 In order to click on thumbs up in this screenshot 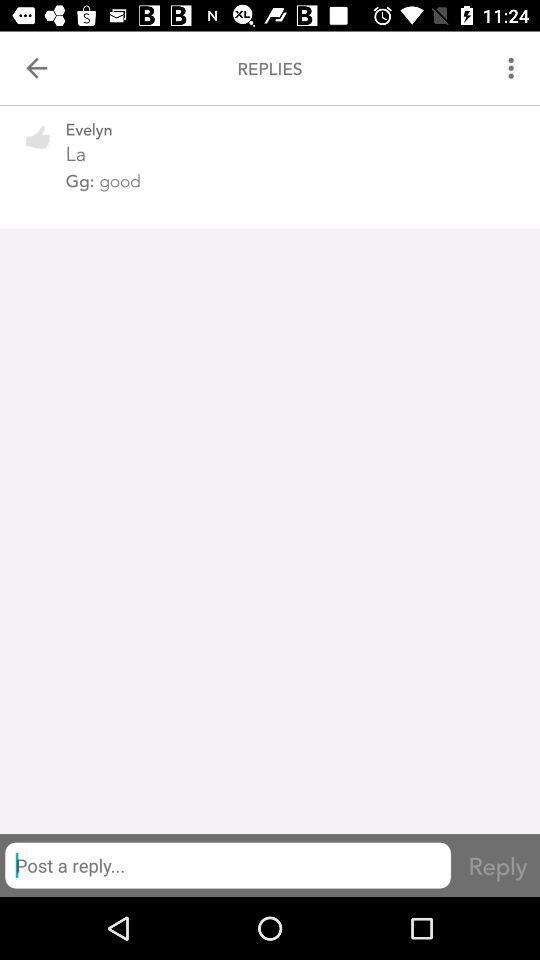, I will do `click(38, 148)`.